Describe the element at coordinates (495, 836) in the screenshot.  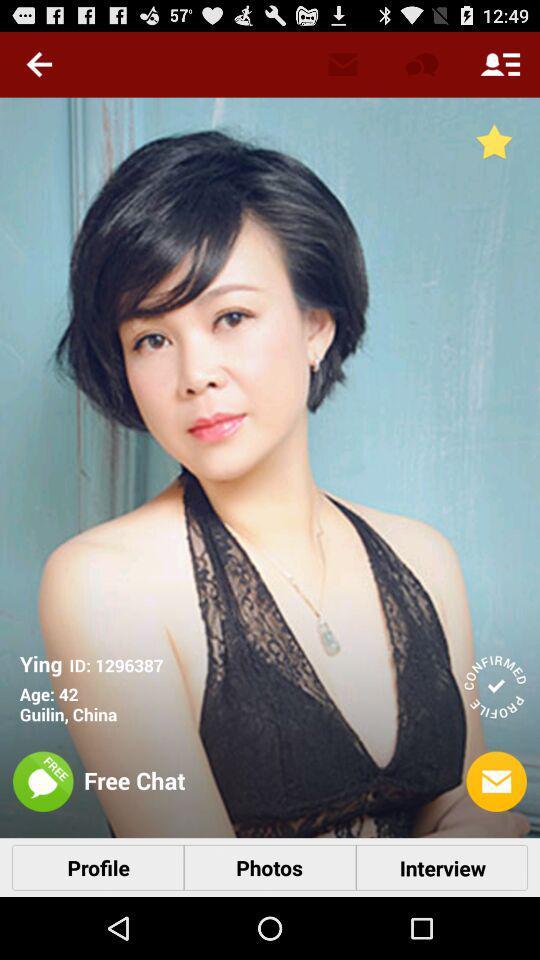
I see `the email icon` at that location.